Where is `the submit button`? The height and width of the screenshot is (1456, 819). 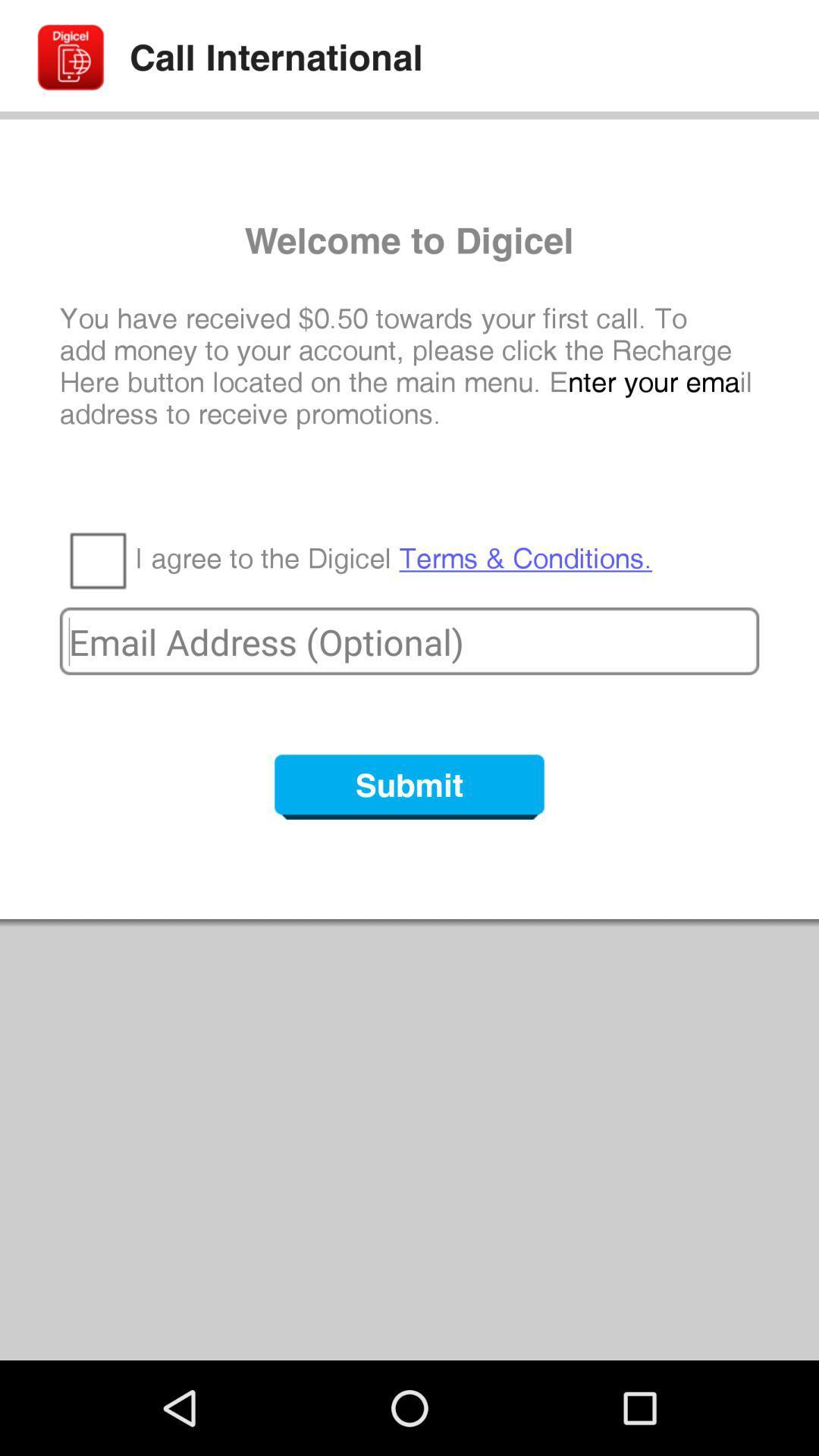
the submit button is located at coordinates (409, 786).